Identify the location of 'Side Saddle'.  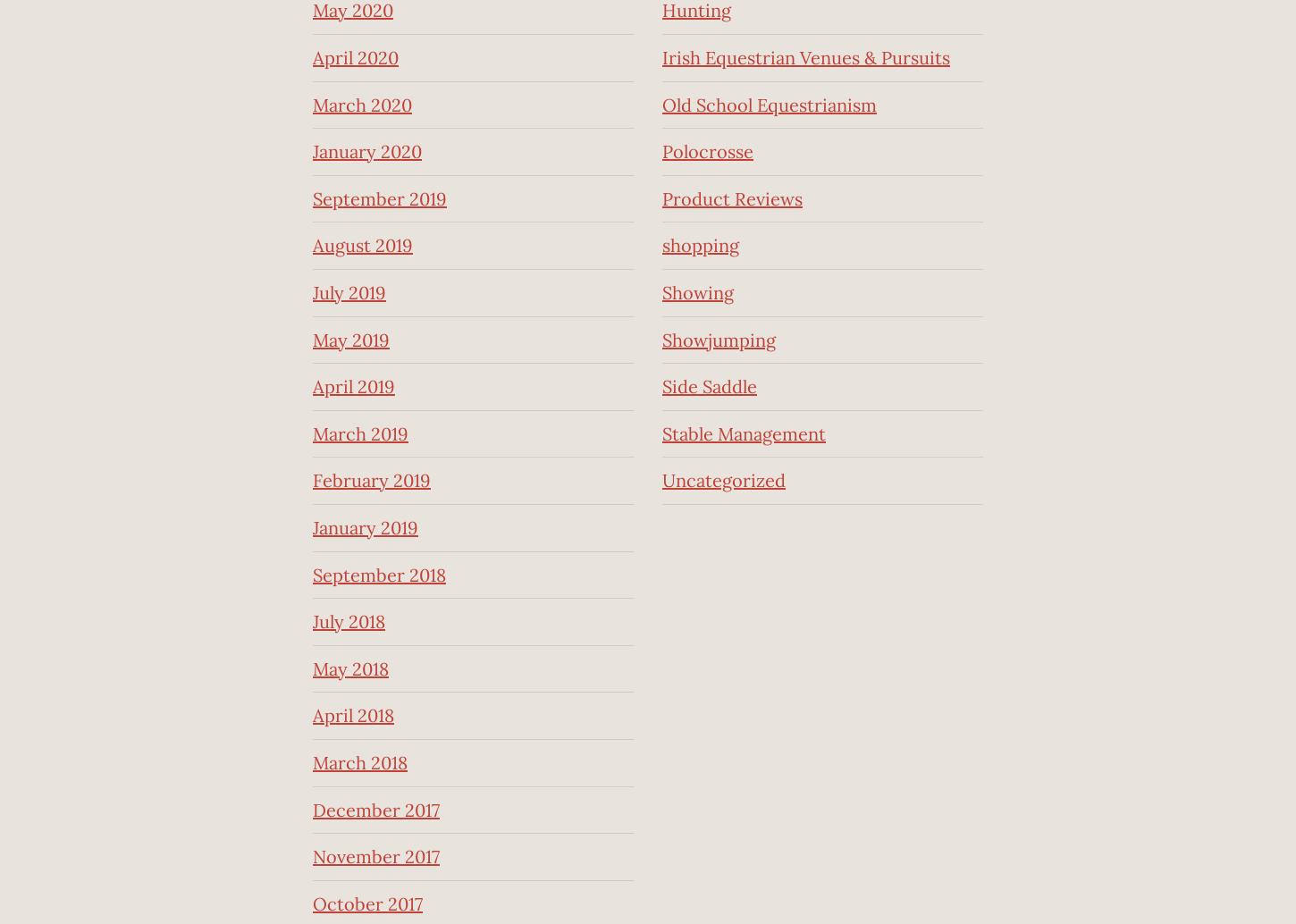
(710, 385).